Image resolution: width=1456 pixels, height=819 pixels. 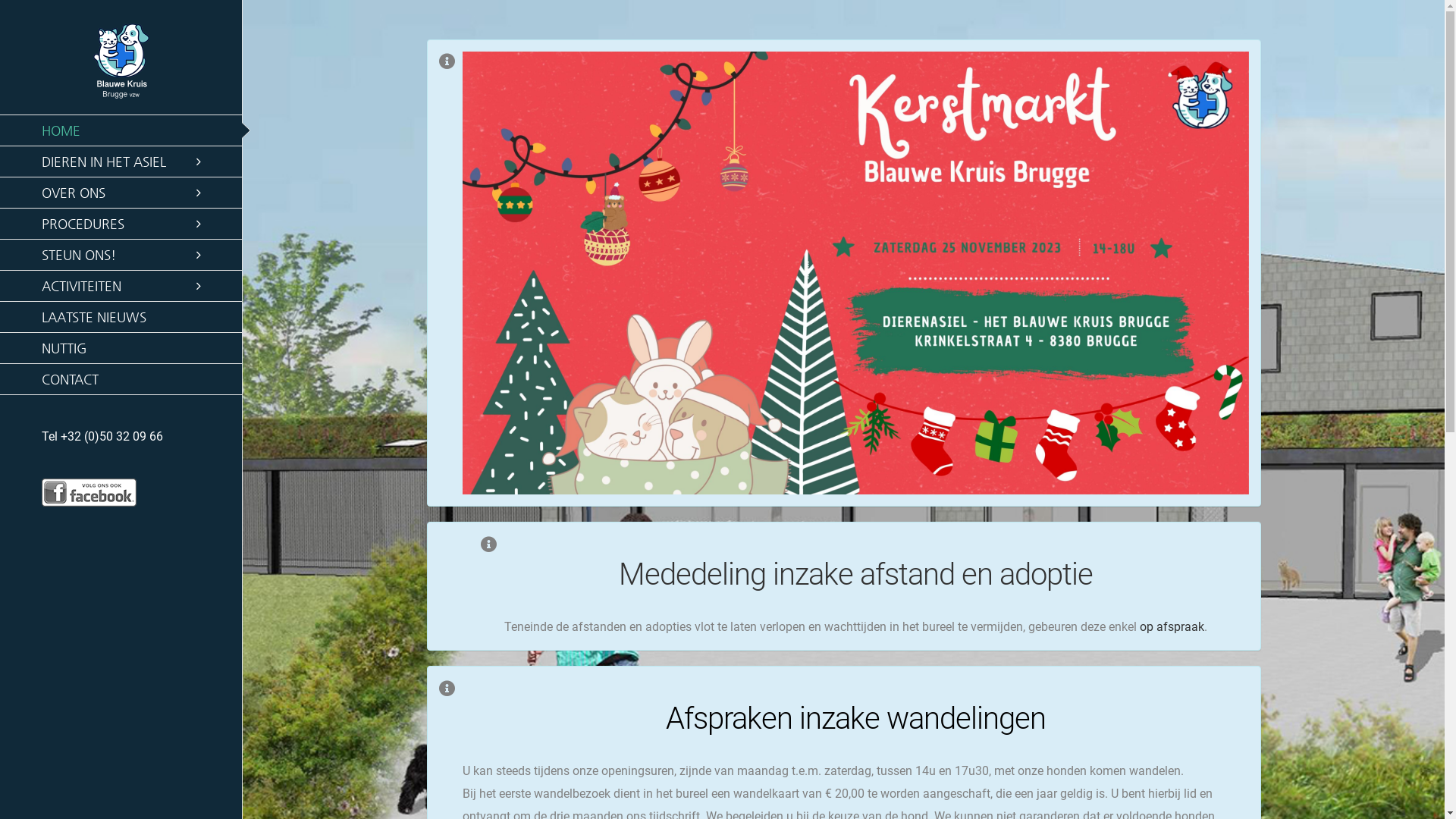 What do you see at coordinates (1170, 626) in the screenshot?
I see `'op afspraak'` at bounding box center [1170, 626].